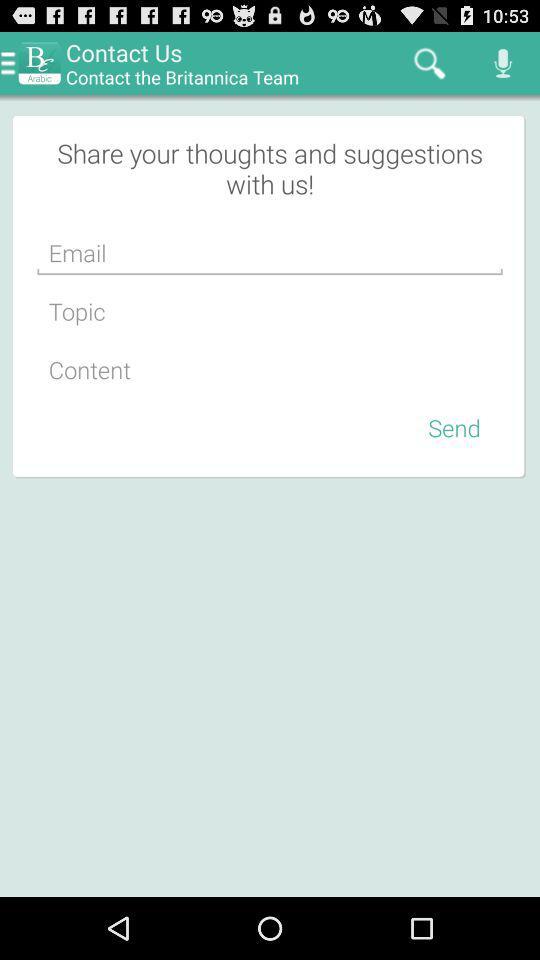 Image resolution: width=540 pixels, height=960 pixels. What do you see at coordinates (270, 252) in the screenshot?
I see `email address` at bounding box center [270, 252].